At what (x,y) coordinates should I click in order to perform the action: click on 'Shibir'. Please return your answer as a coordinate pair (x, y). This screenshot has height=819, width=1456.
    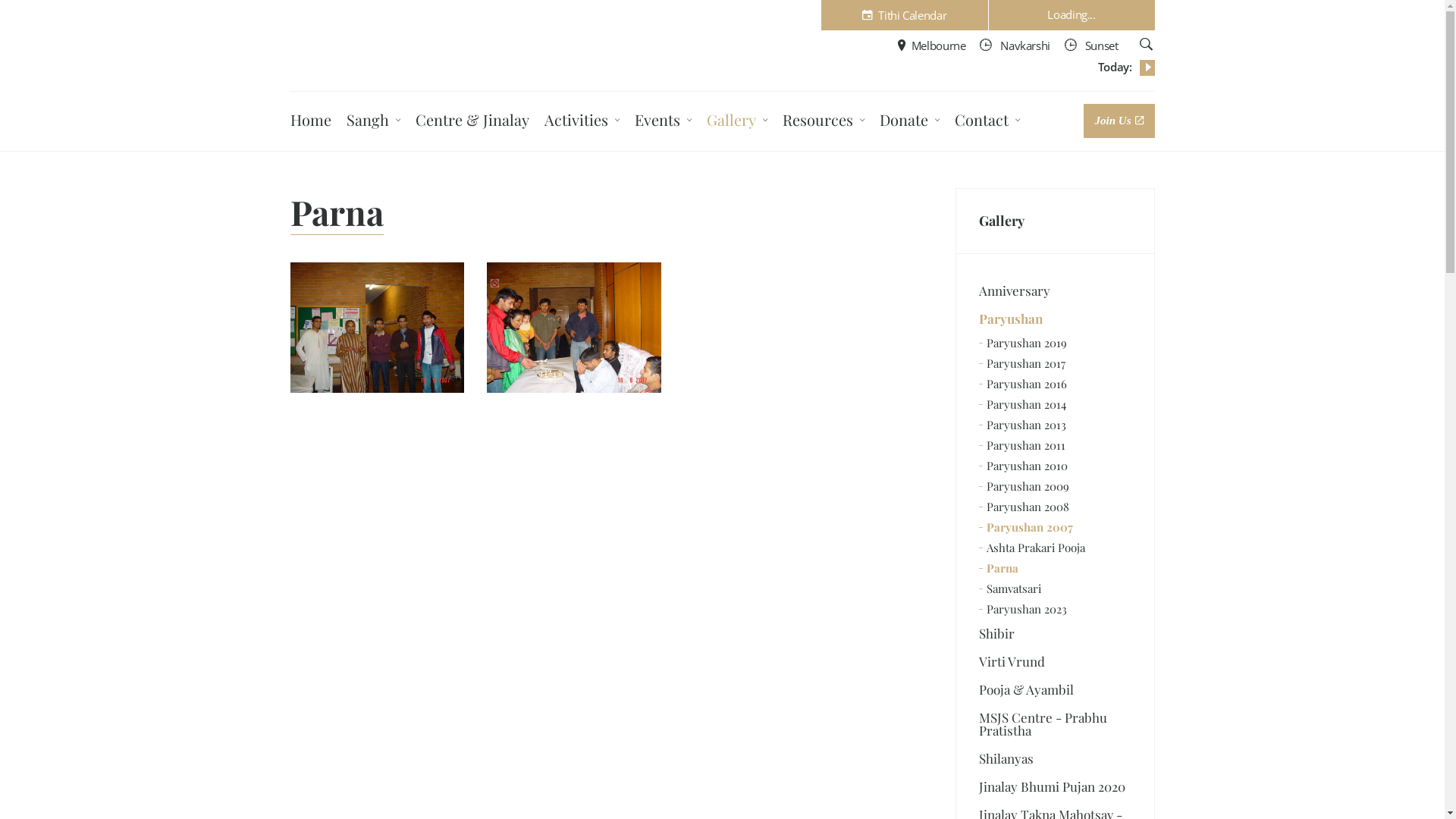
    Looking at the image, I should click on (979, 633).